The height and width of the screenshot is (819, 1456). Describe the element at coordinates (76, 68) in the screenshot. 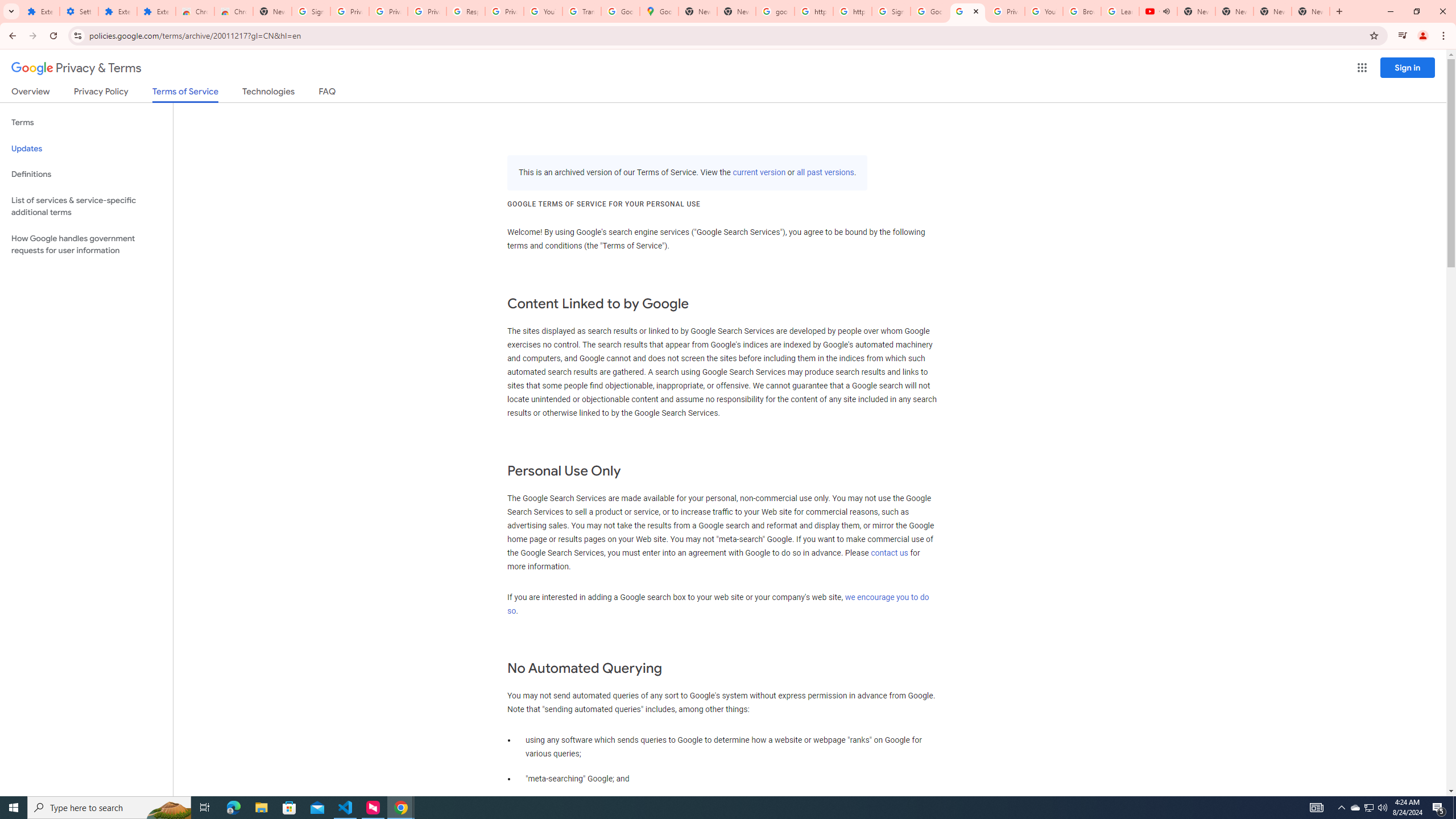

I see `'Privacy & Terms'` at that location.